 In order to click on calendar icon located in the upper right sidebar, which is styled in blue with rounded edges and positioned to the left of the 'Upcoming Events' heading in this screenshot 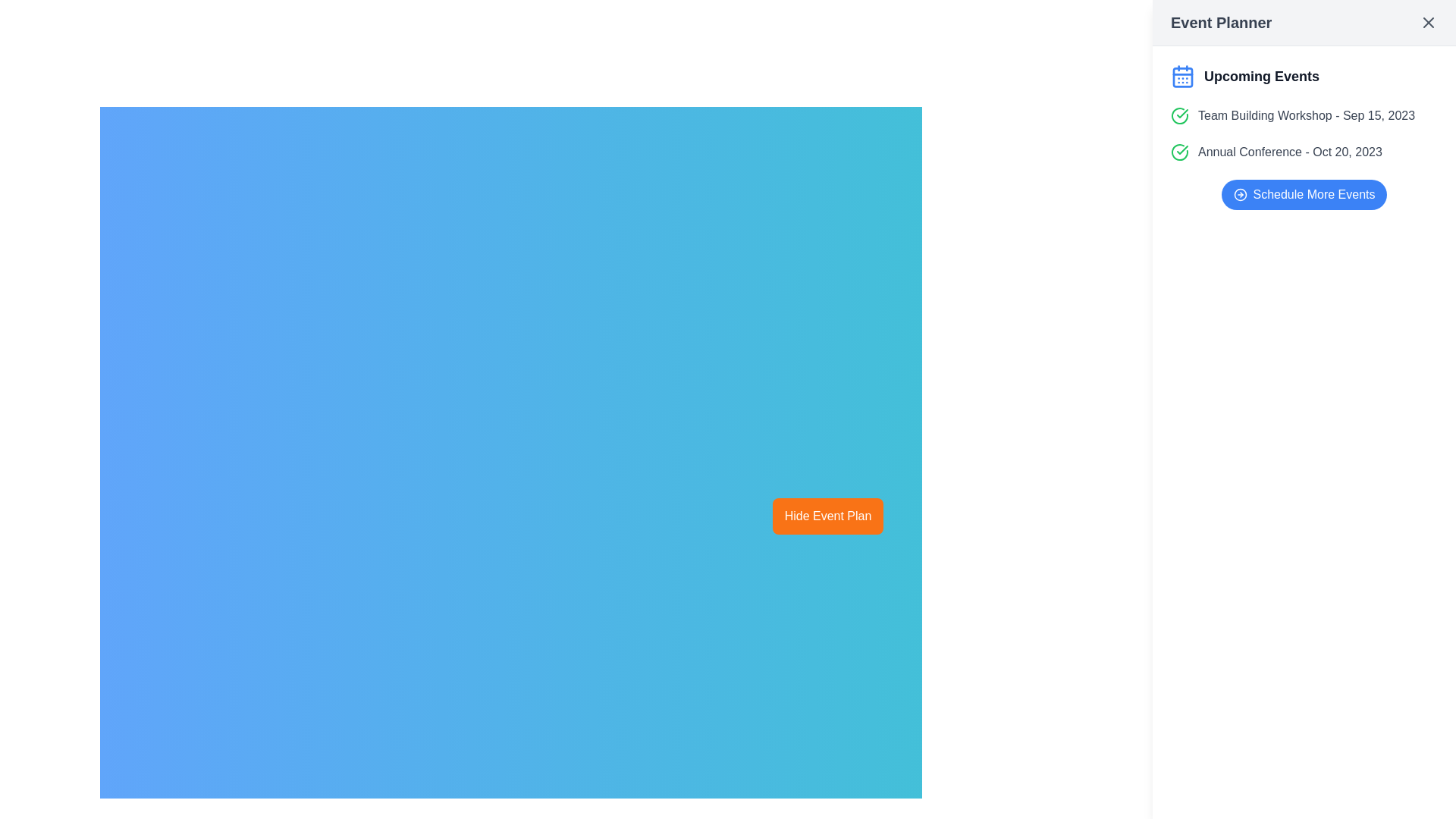, I will do `click(1182, 76)`.